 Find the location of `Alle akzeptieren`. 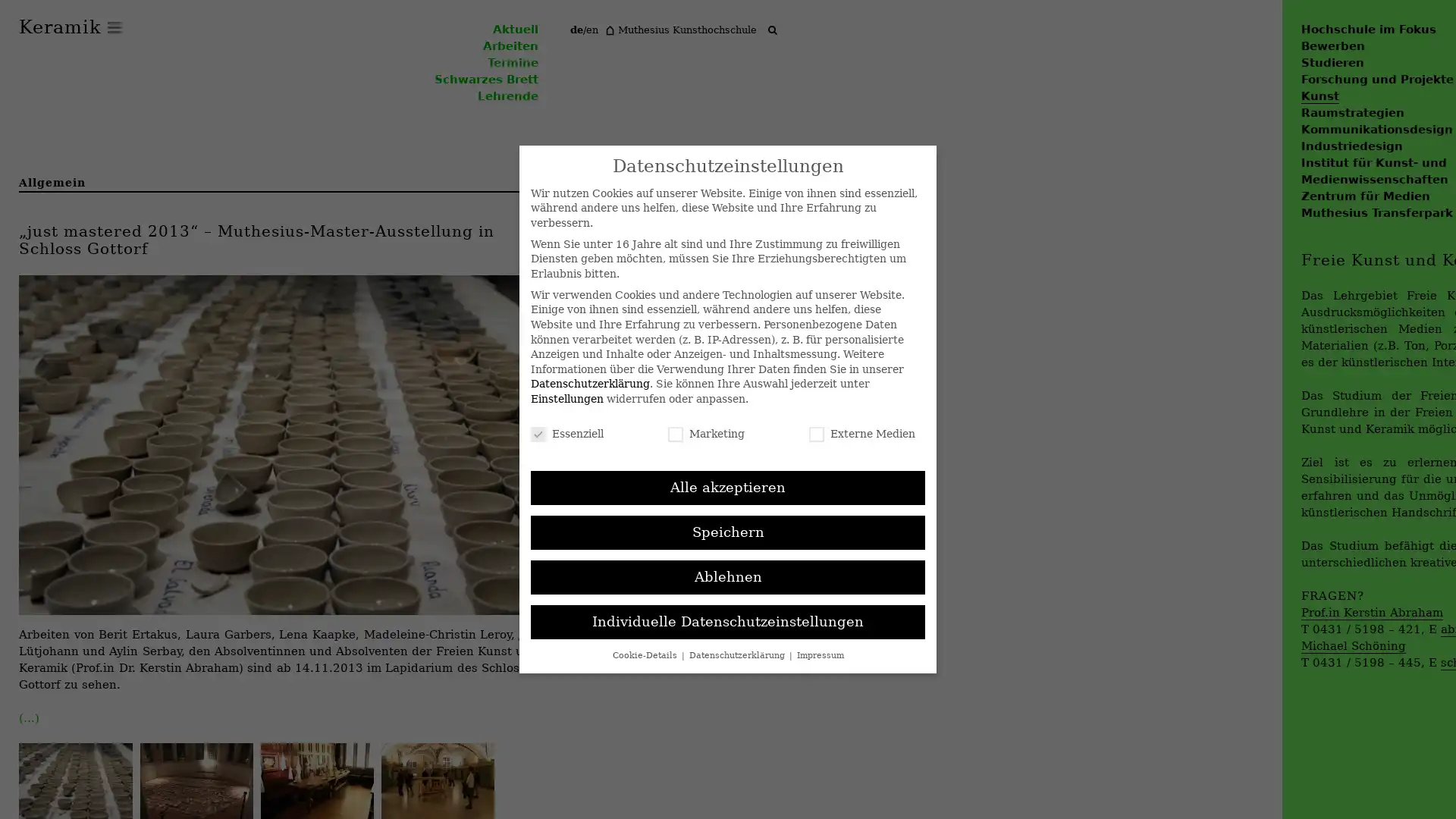

Alle akzeptieren is located at coordinates (728, 488).